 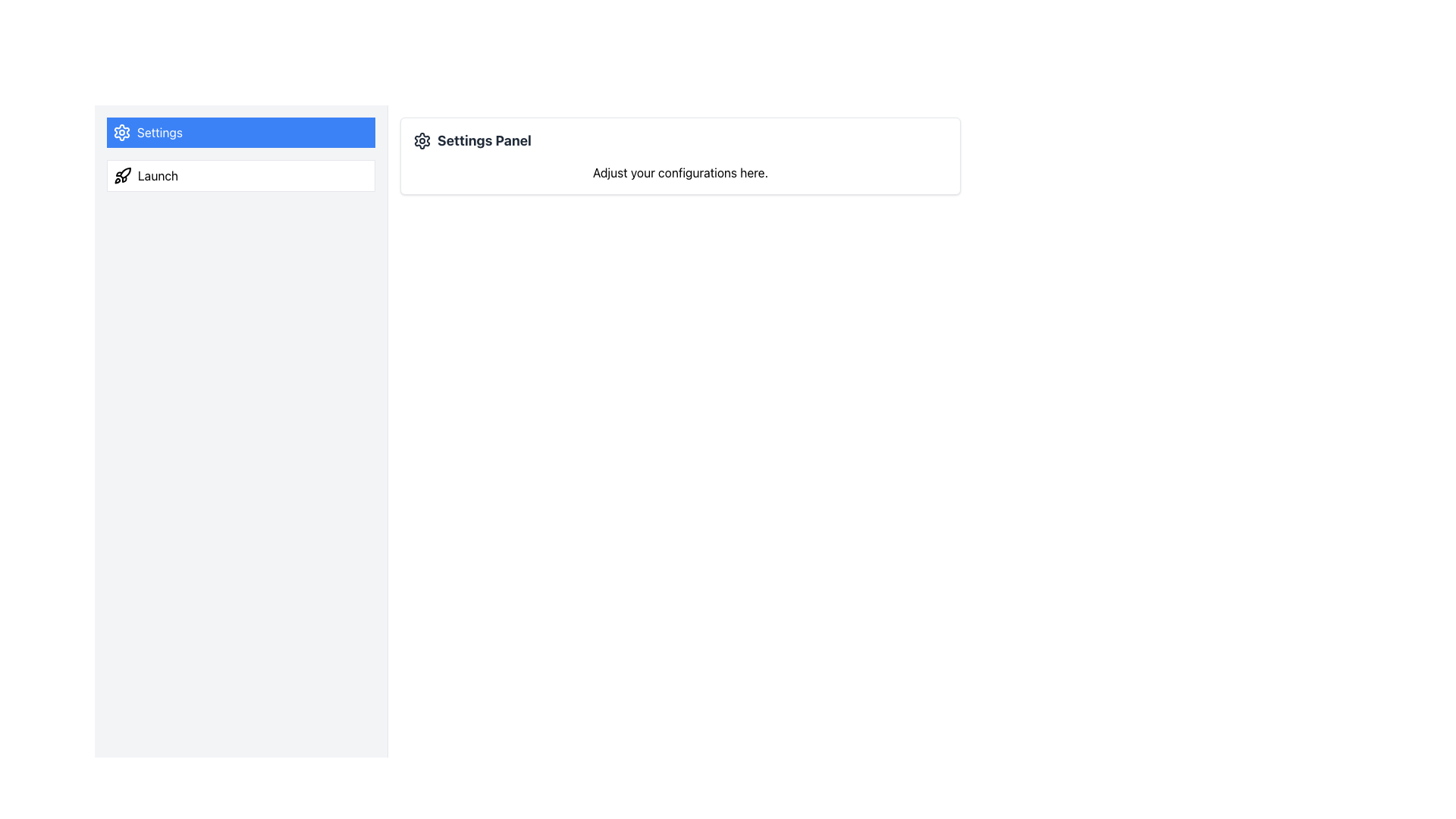 What do you see at coordinates (160, 131) in the screenshot?
I see `the 'Settings' text label, which indicates the functionality of the 'Settings' button in the vertical navigation menu, positioned to the right of the gear icon` at bounding box center [160, 131].